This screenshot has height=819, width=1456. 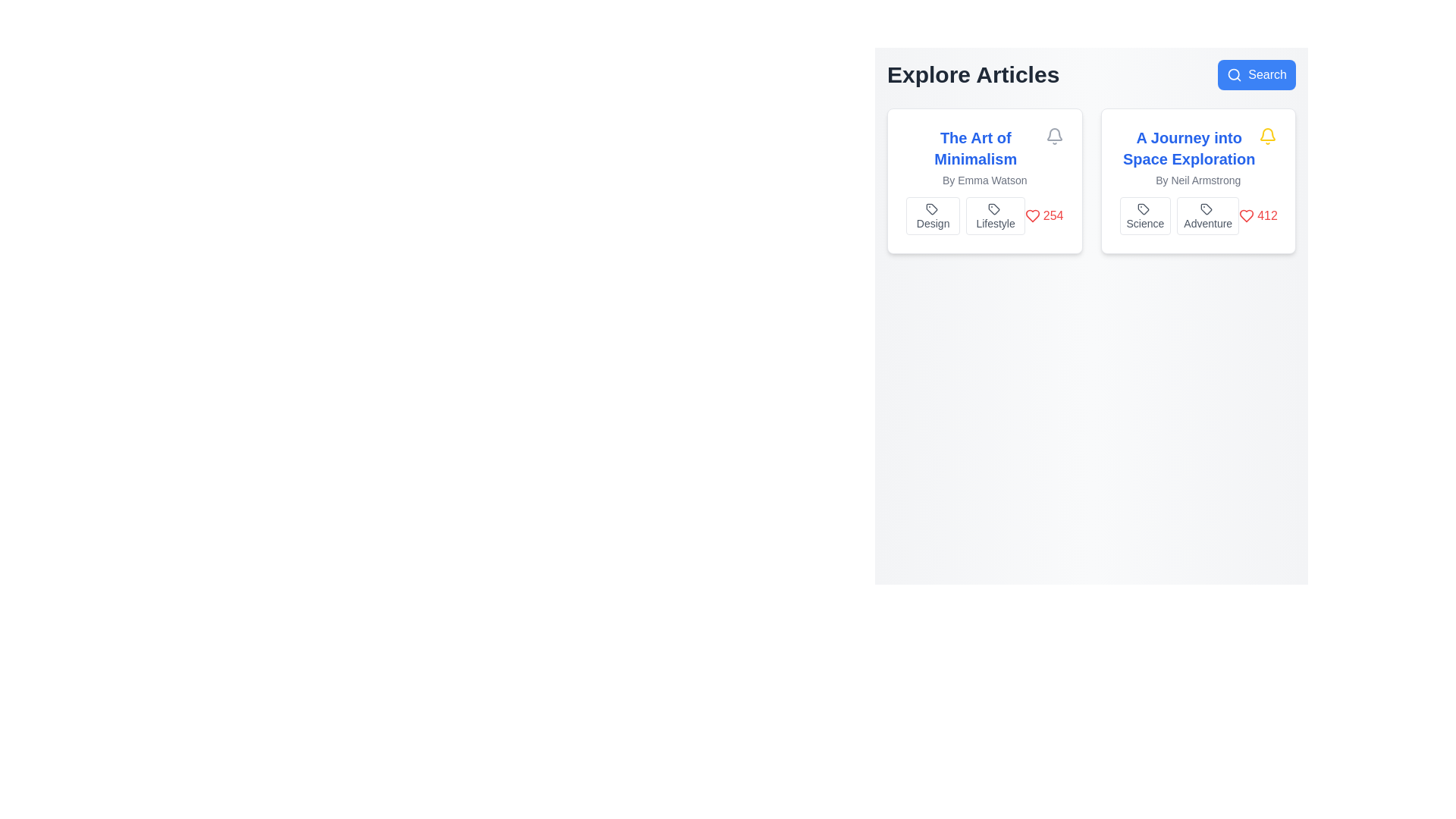 What do you see at coordinates (1145, 216) in the screenshot?
I see `the 'Science' label, which is a rectangular UI component styled in gray with a tag icon on the left, positioned within a card titled 'A Journey into Space Exploration.'` at bounding box center [1145, 216].